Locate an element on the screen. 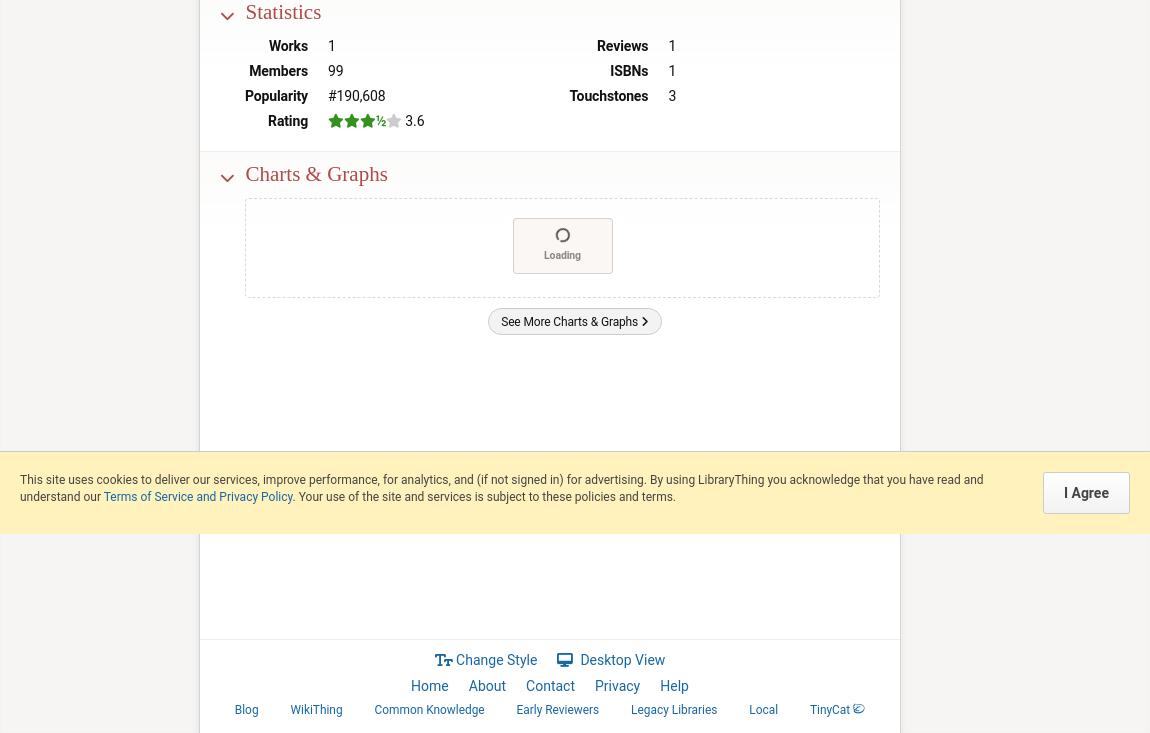 Image resolution: width=1150 pixels, height=733 pixels. 'I Agree' is located at coordinates (1062, 492).